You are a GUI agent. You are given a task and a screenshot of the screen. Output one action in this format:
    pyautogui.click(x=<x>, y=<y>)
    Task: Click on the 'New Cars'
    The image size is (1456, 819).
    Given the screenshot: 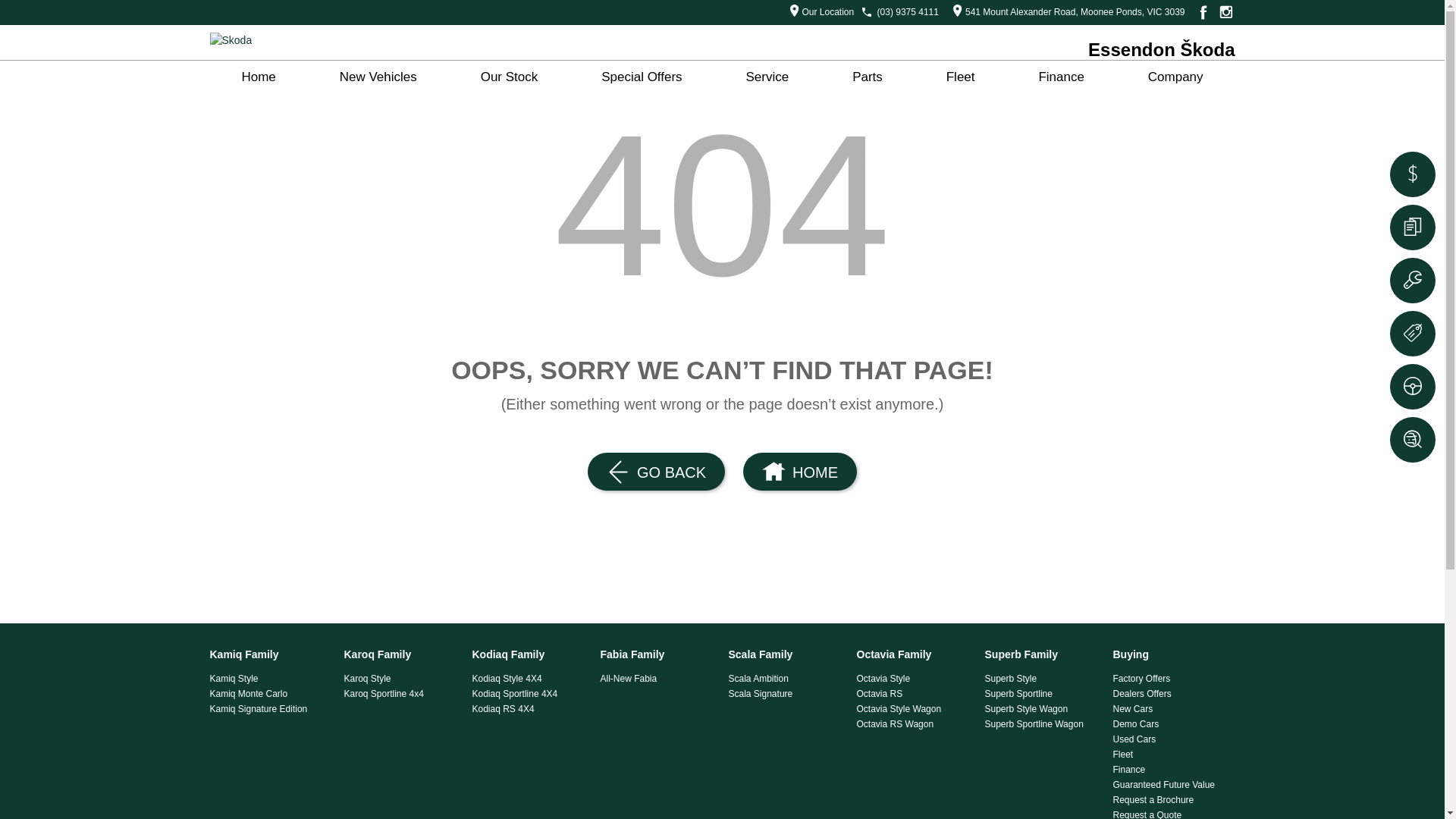 What is the action you would take?
    pyautogui.click(x=1113, y=708)
    